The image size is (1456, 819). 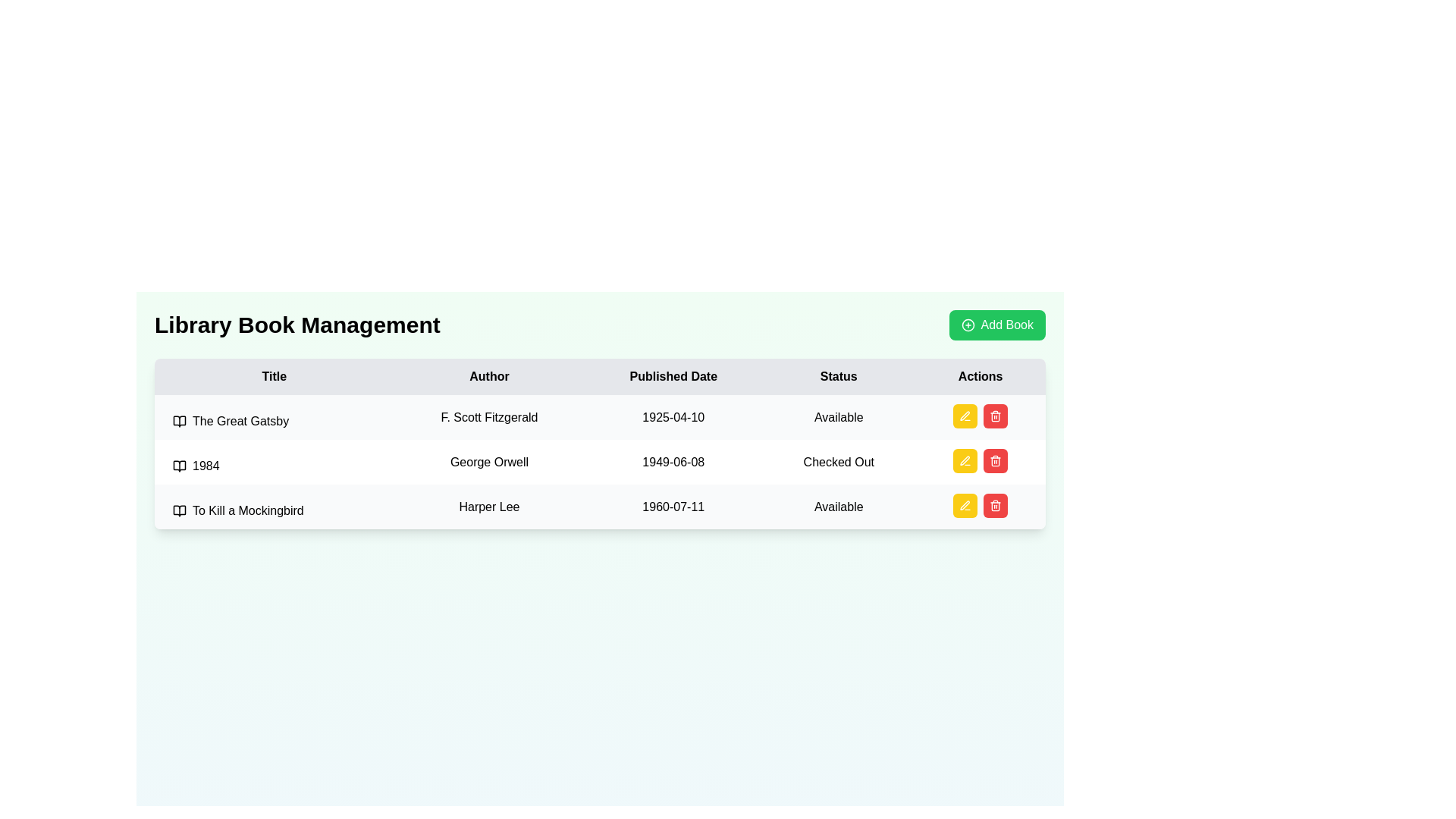 What do you see at coordinates (179, 511) in the screenshot?
I see `the open book icon located in the leftmost column under the 'Title' header, specifically in the third row associated with 'To Kill a Mockingbird.'` at bounding box center [179, 511].